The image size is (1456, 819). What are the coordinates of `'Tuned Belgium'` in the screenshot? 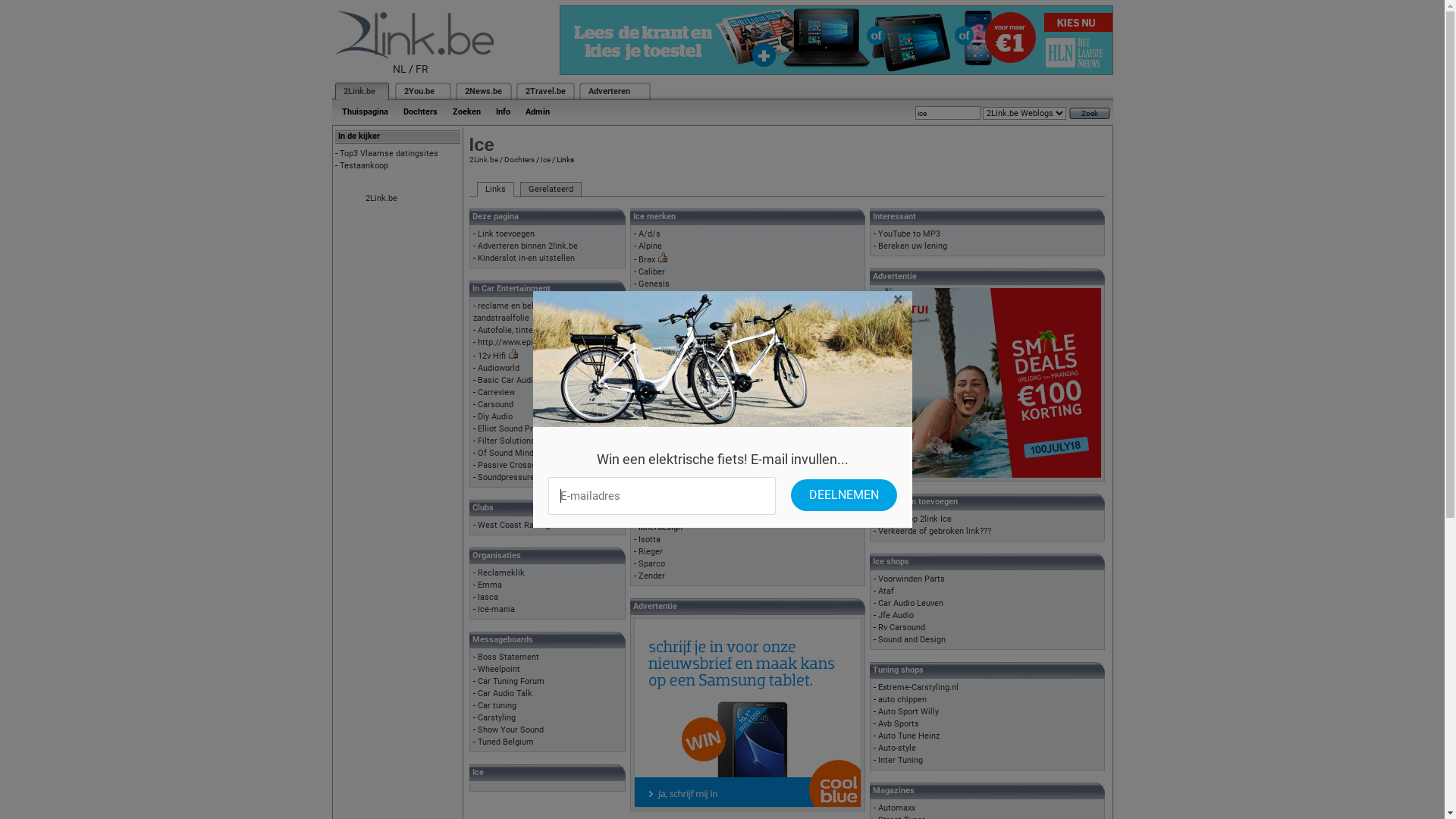 It's located at (506, 741).